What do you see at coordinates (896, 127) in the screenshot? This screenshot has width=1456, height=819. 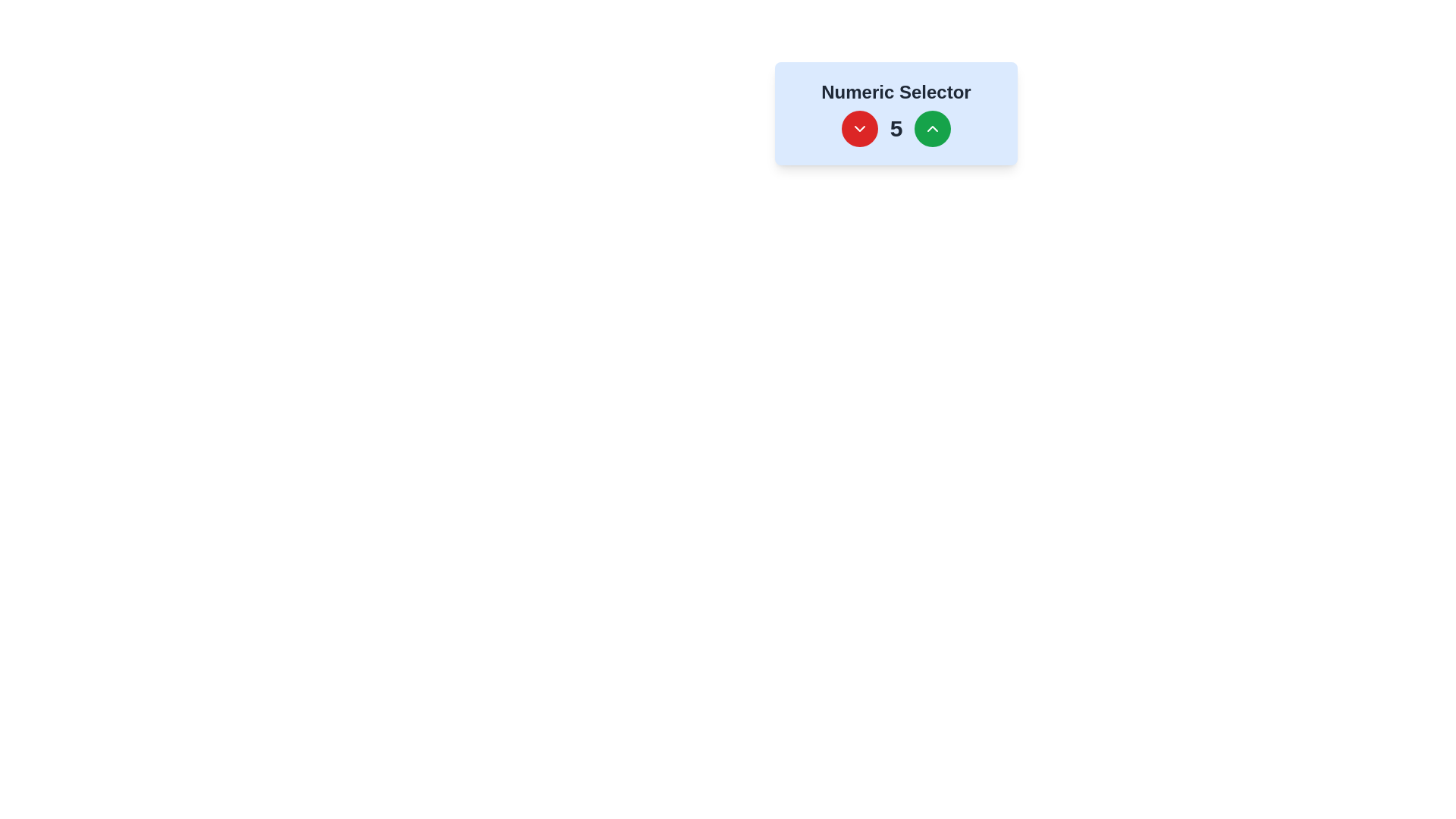 I see `the Text Display that shows the current numeric value in the selector, located between a red button with a downward arrow and a green button with an upward arrow` at bounding box center [896, 127].